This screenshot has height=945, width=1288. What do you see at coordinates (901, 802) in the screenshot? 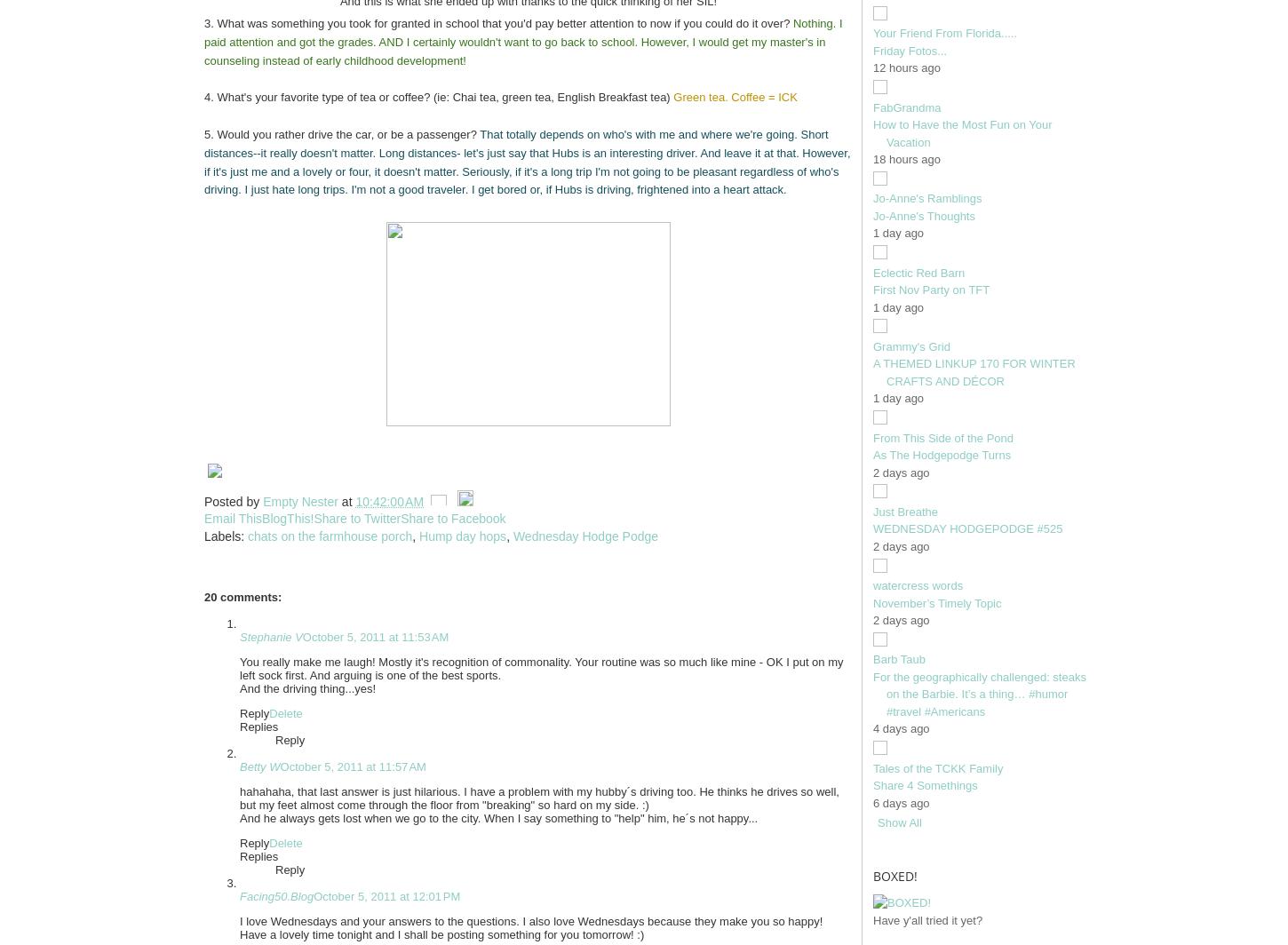
I see `'6 days ago'` at bounding box center [901, 802].